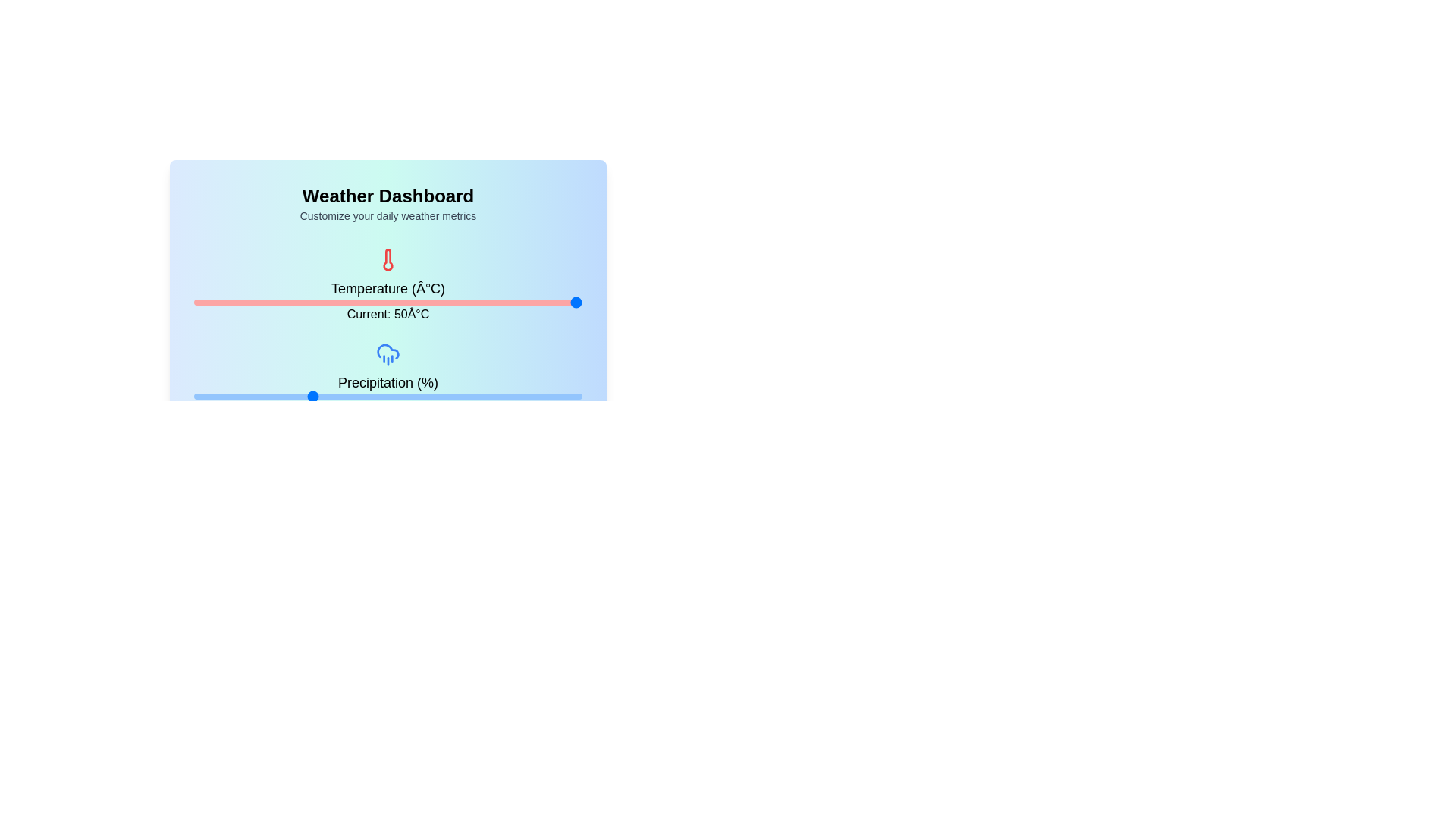 The width and height of the screenshot is (1456, 819). I want to click on the temperature, so click(516, 302).